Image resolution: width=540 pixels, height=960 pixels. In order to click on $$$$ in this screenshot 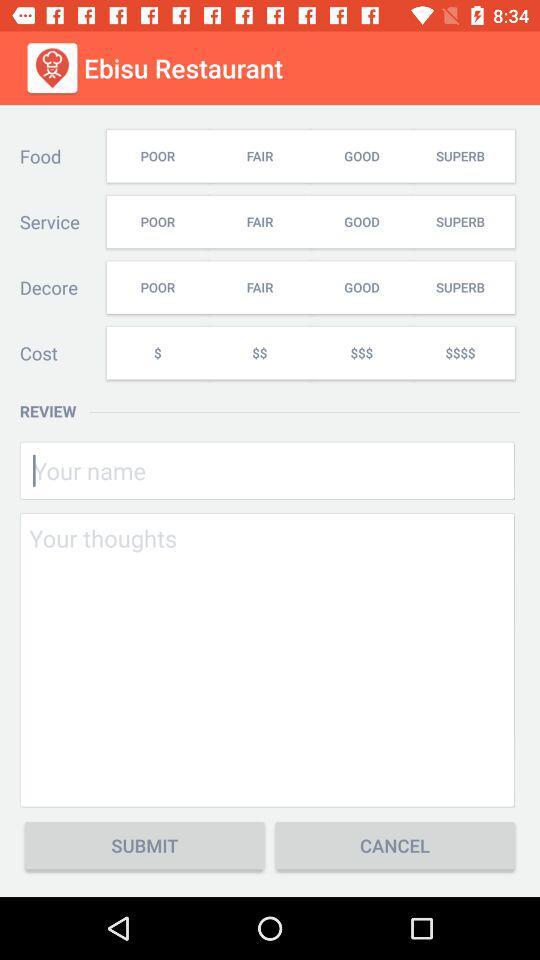, I will do `click(463, 353)`.